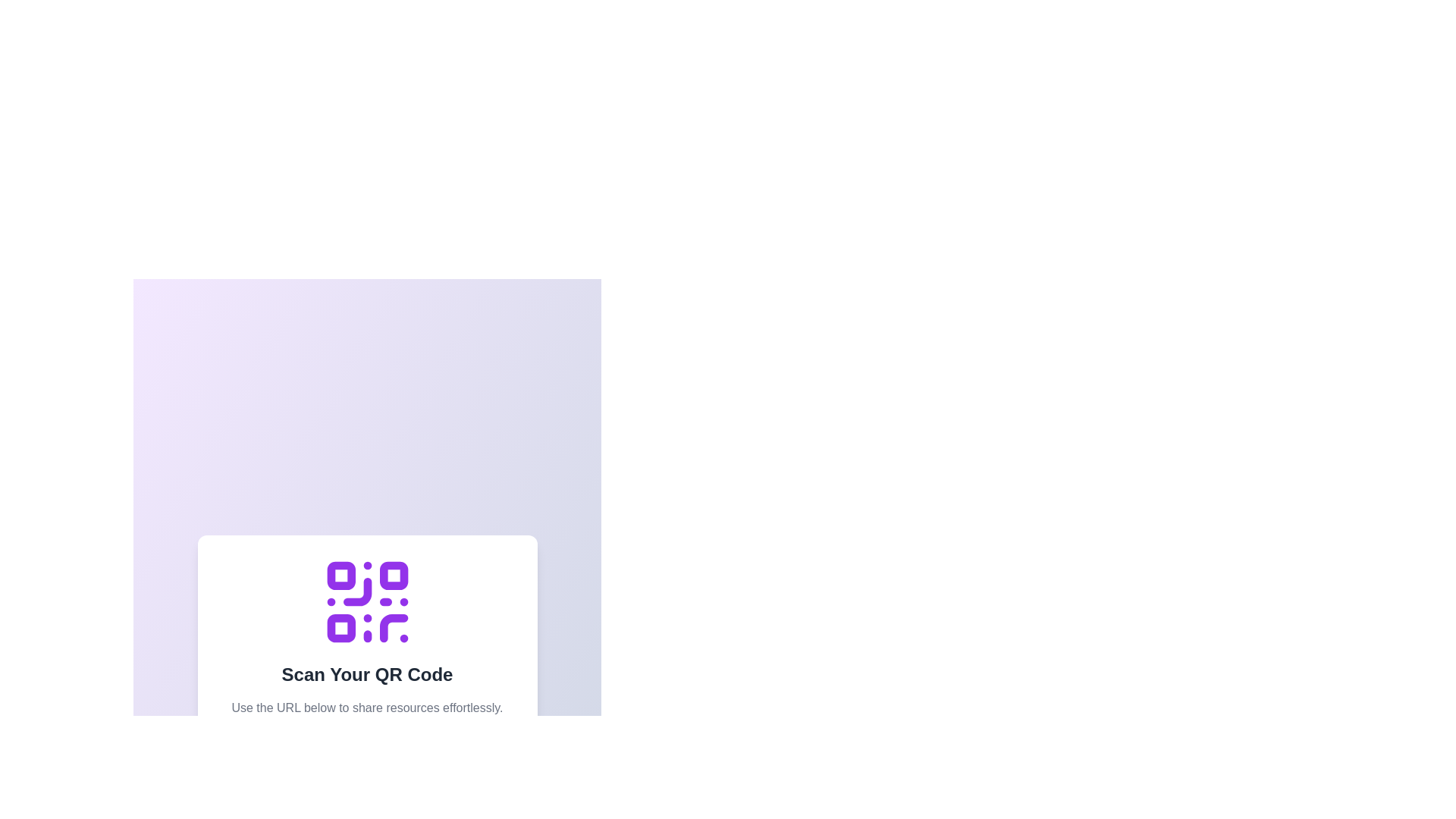  What do you see at coordinates (340, 576) in the screenshot?
I see `the small square with slightly rounded corners, filled with purple color, located in the top-left corner of the QR code` at bounding box center [340, 576].